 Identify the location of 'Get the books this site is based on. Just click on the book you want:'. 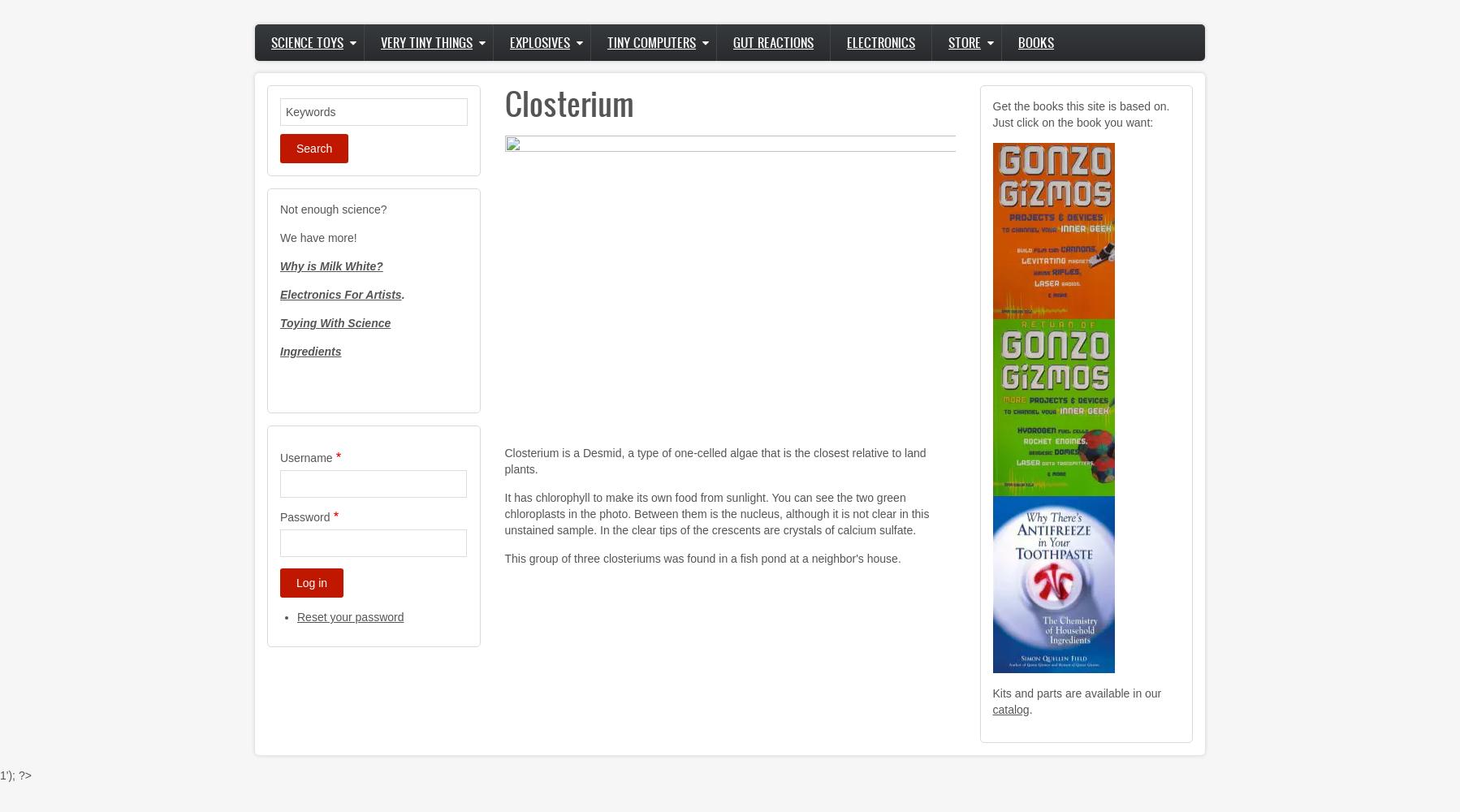
(1080, 114).